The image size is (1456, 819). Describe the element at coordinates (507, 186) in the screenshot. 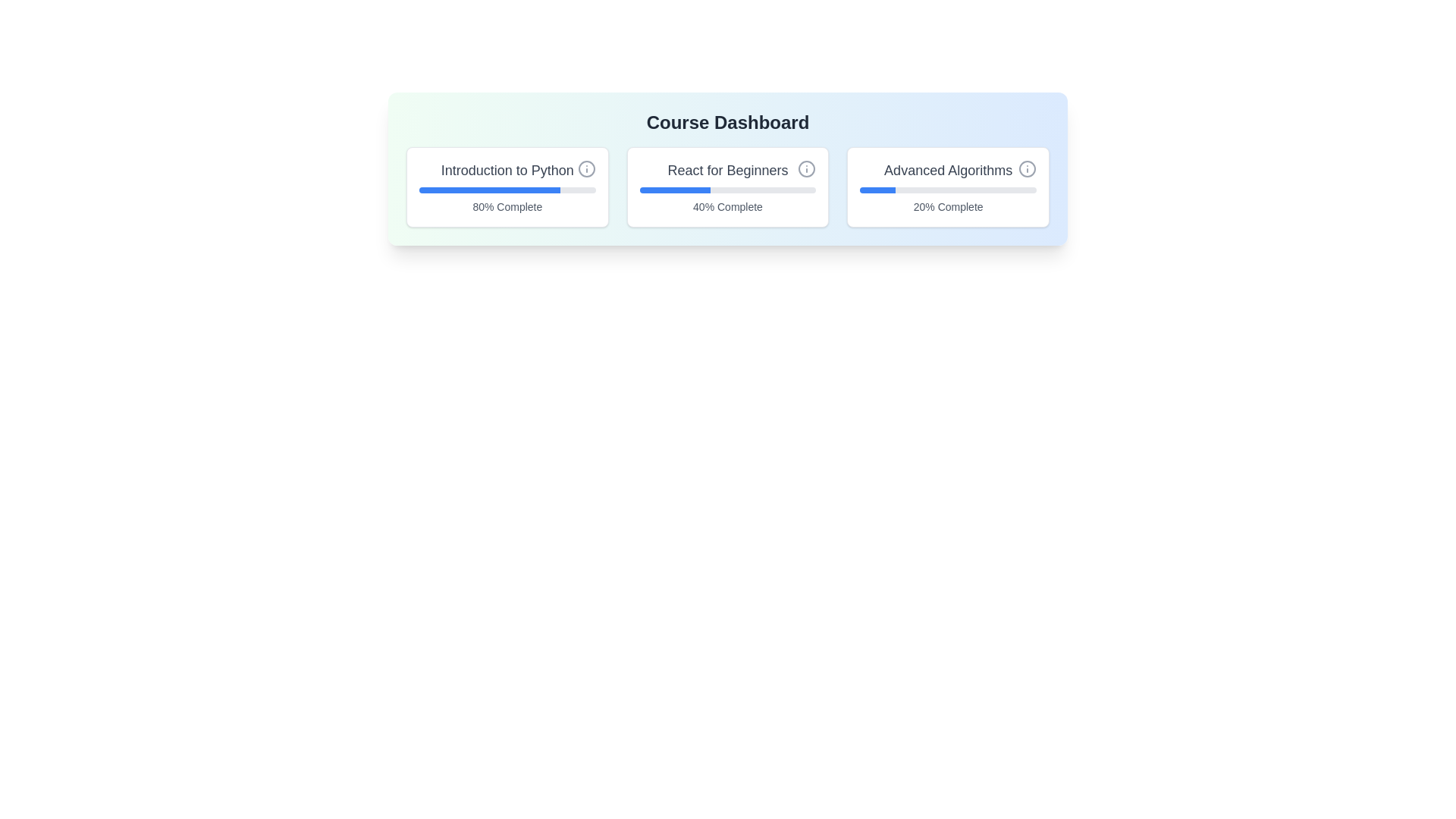

I see `the course card for 'Introduction to Python'` at that location.